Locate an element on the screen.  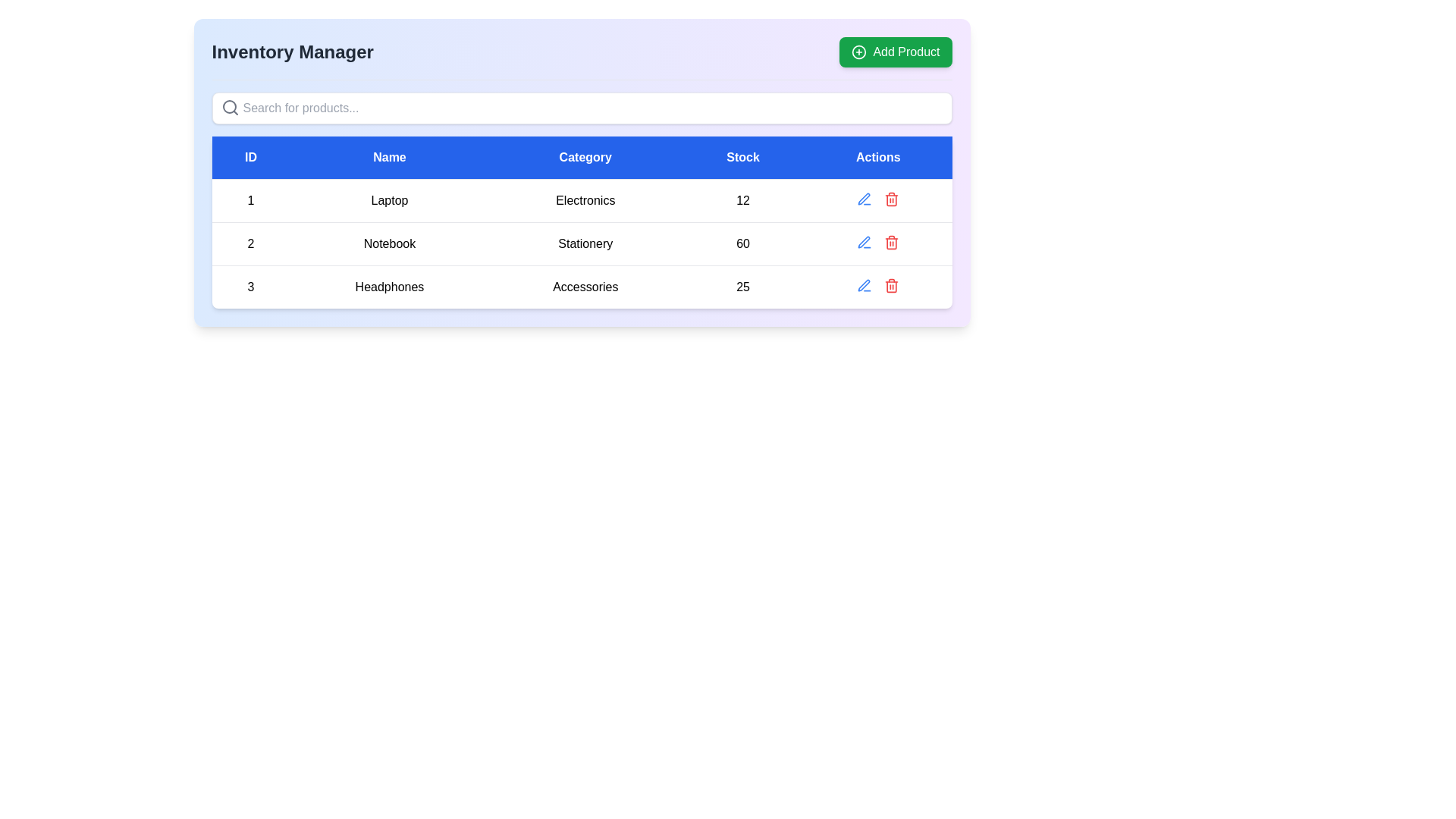
the Toolbar with action buttons is located at coordinates (878, 286).